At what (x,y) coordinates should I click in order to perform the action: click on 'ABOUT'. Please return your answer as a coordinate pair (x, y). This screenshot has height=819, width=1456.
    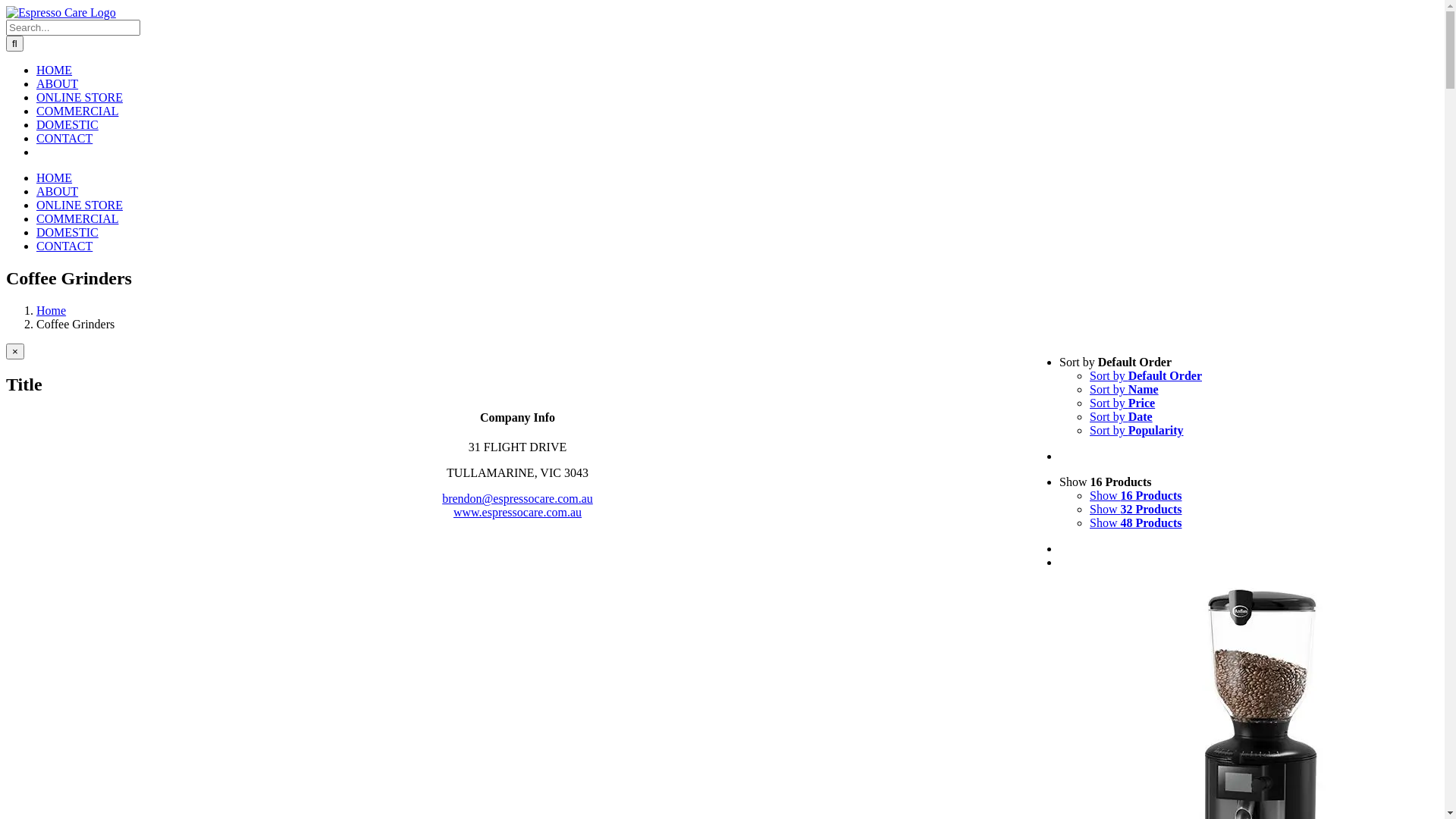
    Looking at the image, I should click on (36, 83).